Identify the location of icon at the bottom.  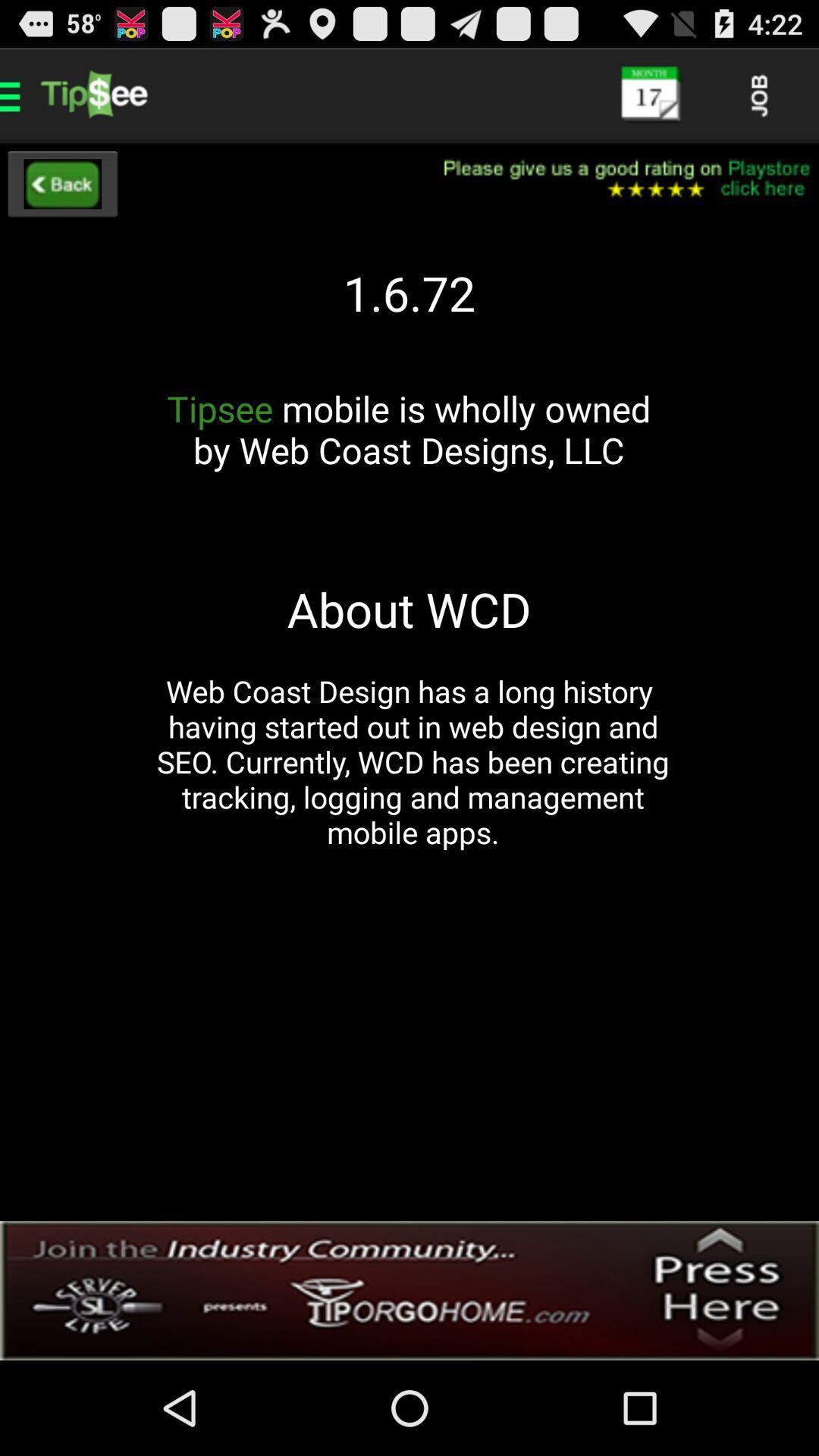
(409, 1290).